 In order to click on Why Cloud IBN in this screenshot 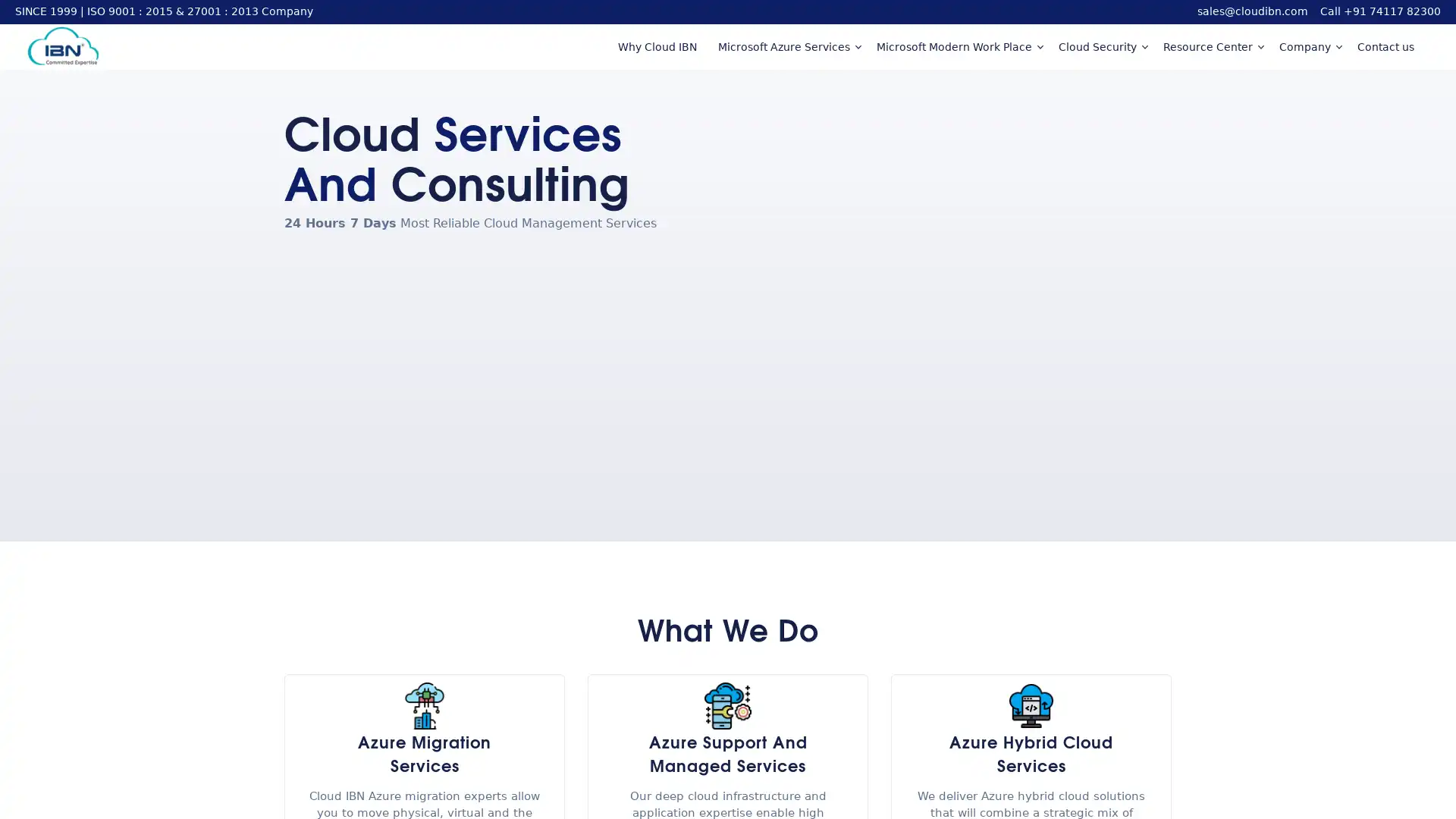, I will do `click(656, 45)`.